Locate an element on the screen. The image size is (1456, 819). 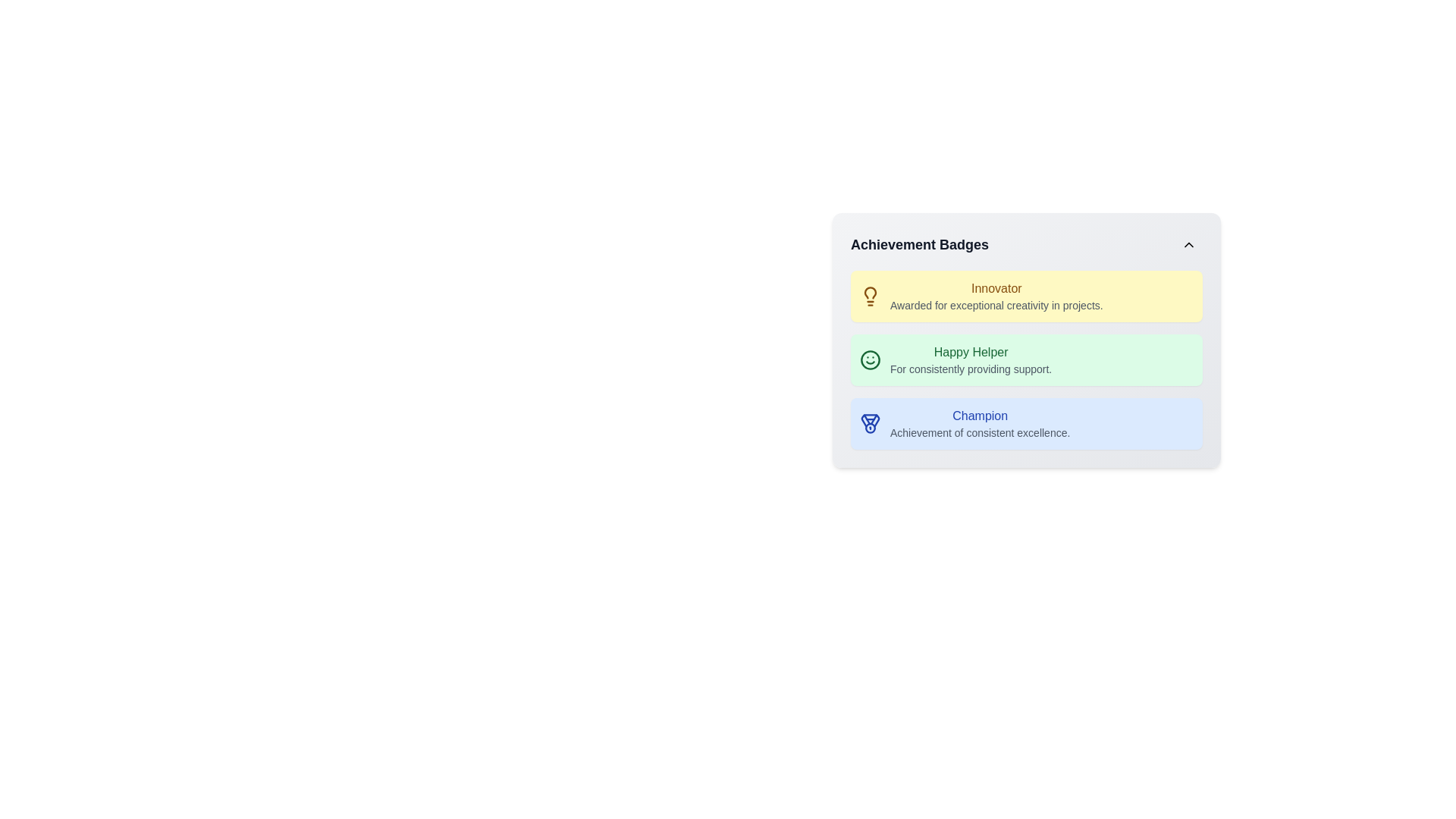
the green smiley face icon located in the left portion of the second row of the achievement badges section, which is marked by a green background and titled 'Happy Helper' is located at coordinates (870, 359).